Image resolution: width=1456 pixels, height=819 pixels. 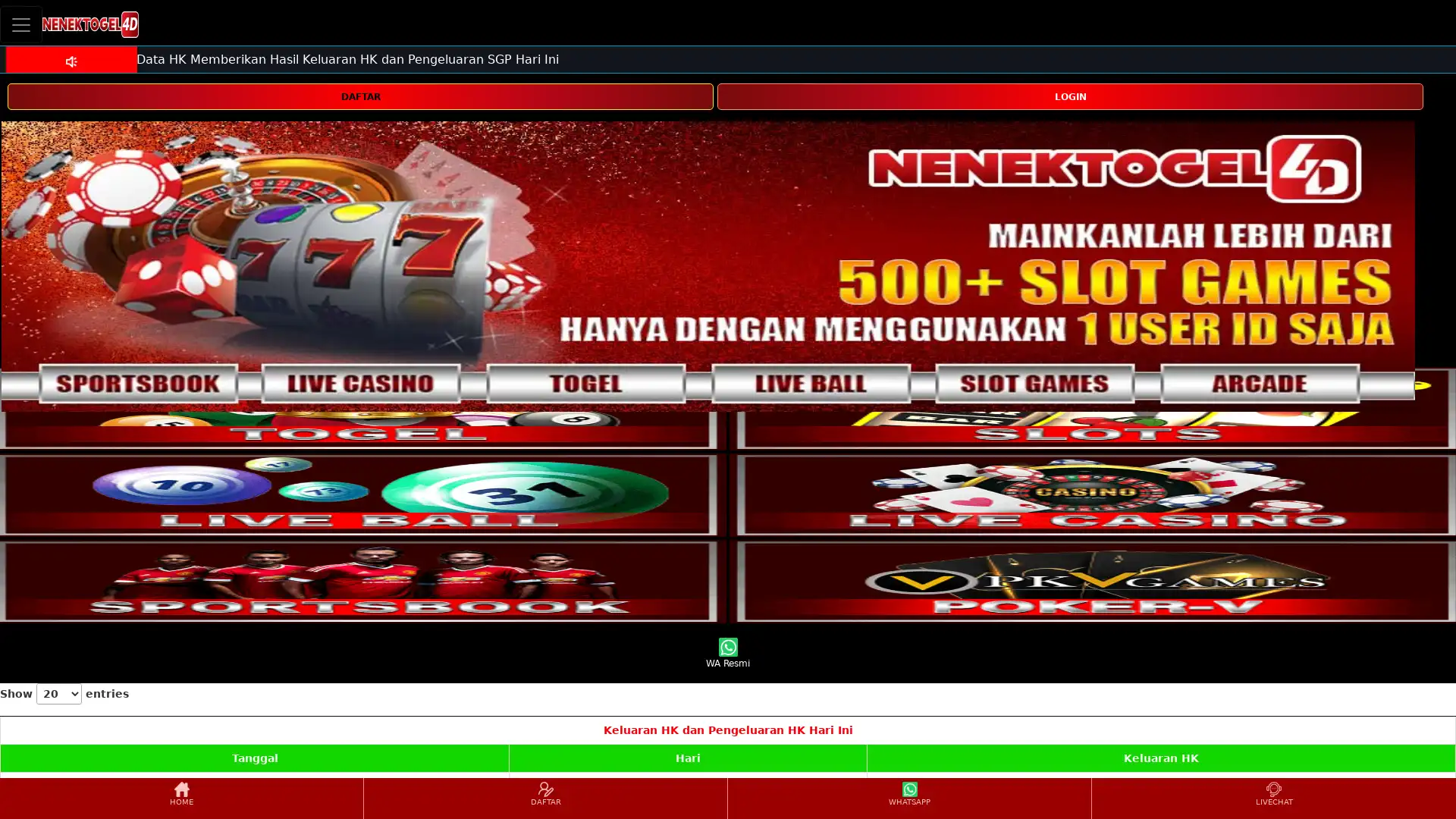 I want to click on DAFTAR, so click(x=359, y=96).